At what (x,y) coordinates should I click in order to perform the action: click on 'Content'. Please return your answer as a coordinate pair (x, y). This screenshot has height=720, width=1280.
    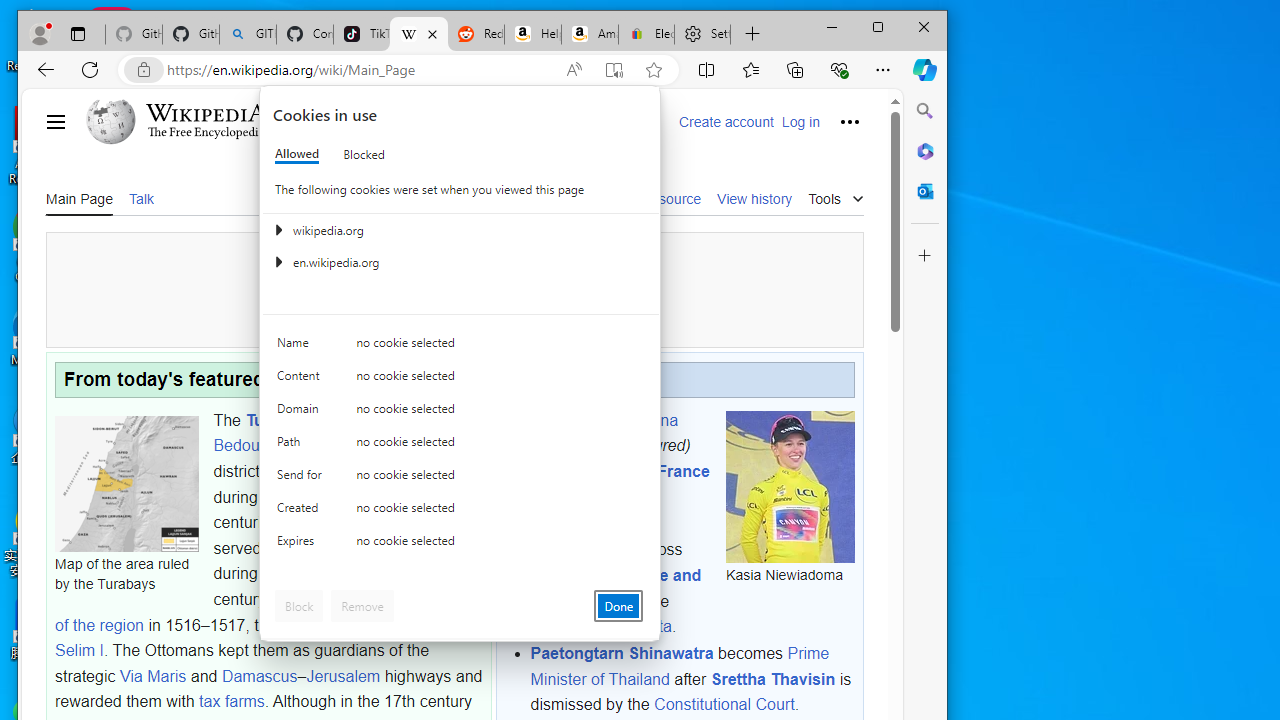
    Looking at the image, I should click on (301, 380).